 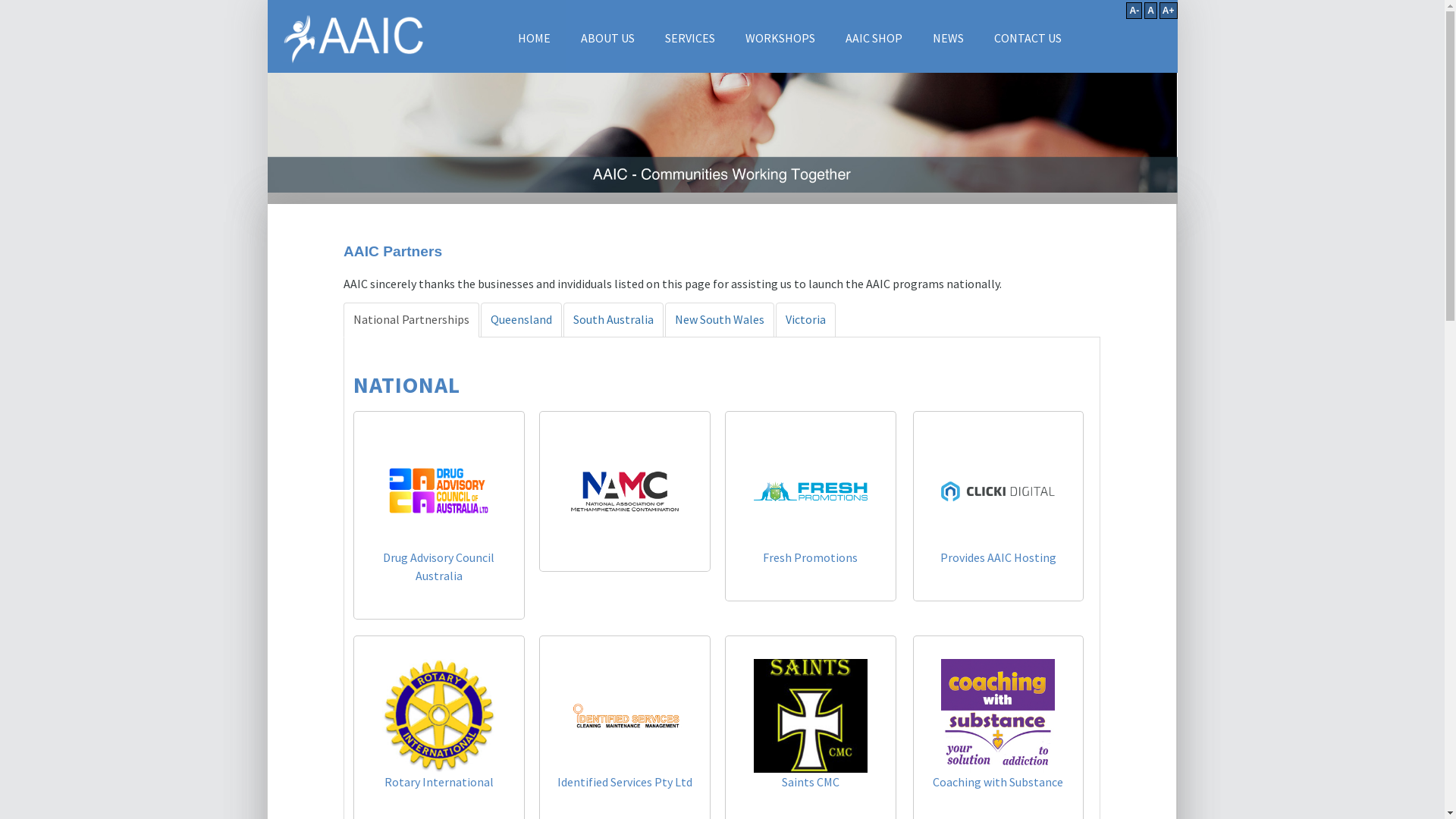 I want to click on 'Rotary International', so click(x=438, y=781).